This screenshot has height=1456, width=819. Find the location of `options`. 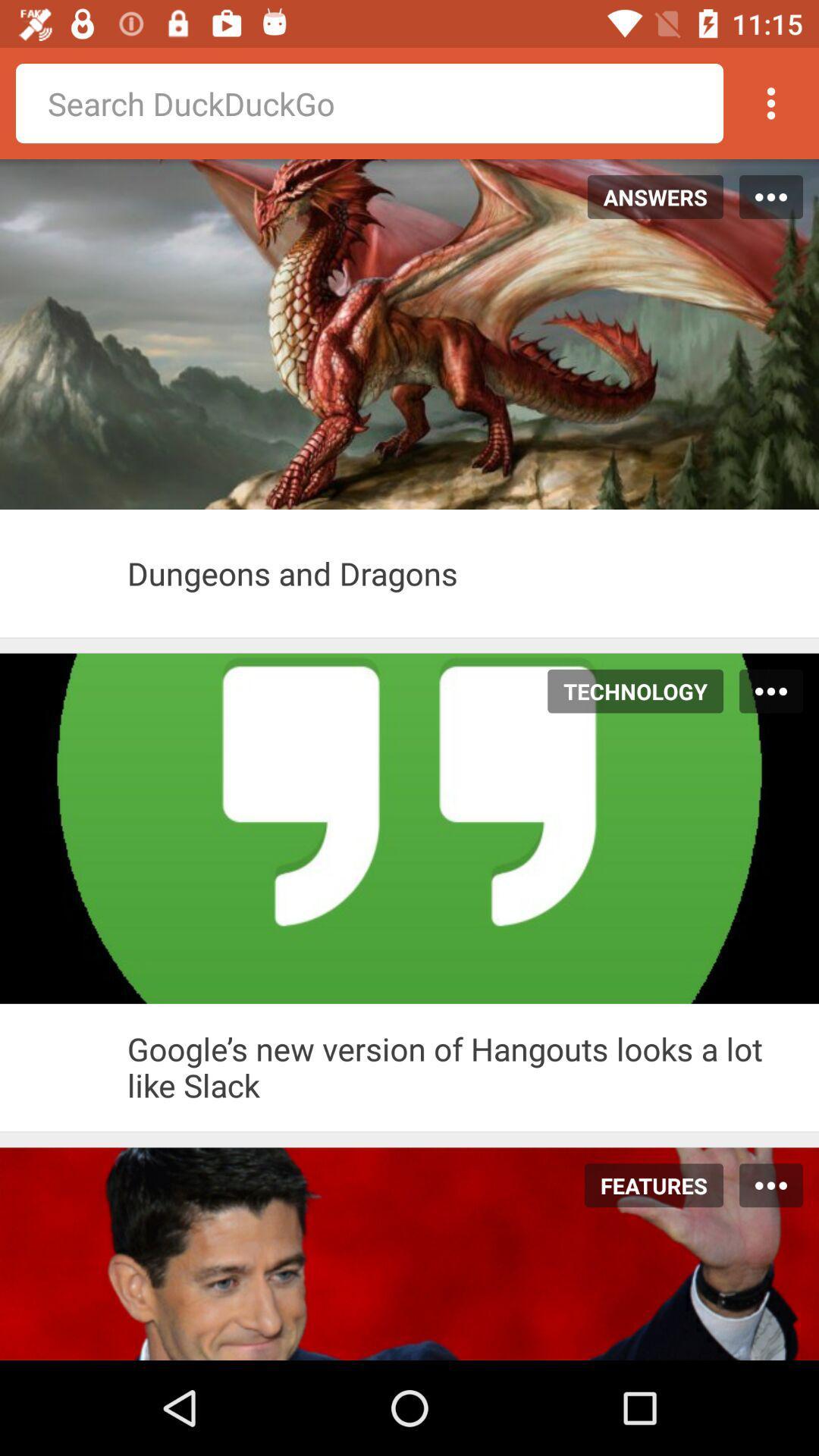

options is located at coordinates (771, 102).